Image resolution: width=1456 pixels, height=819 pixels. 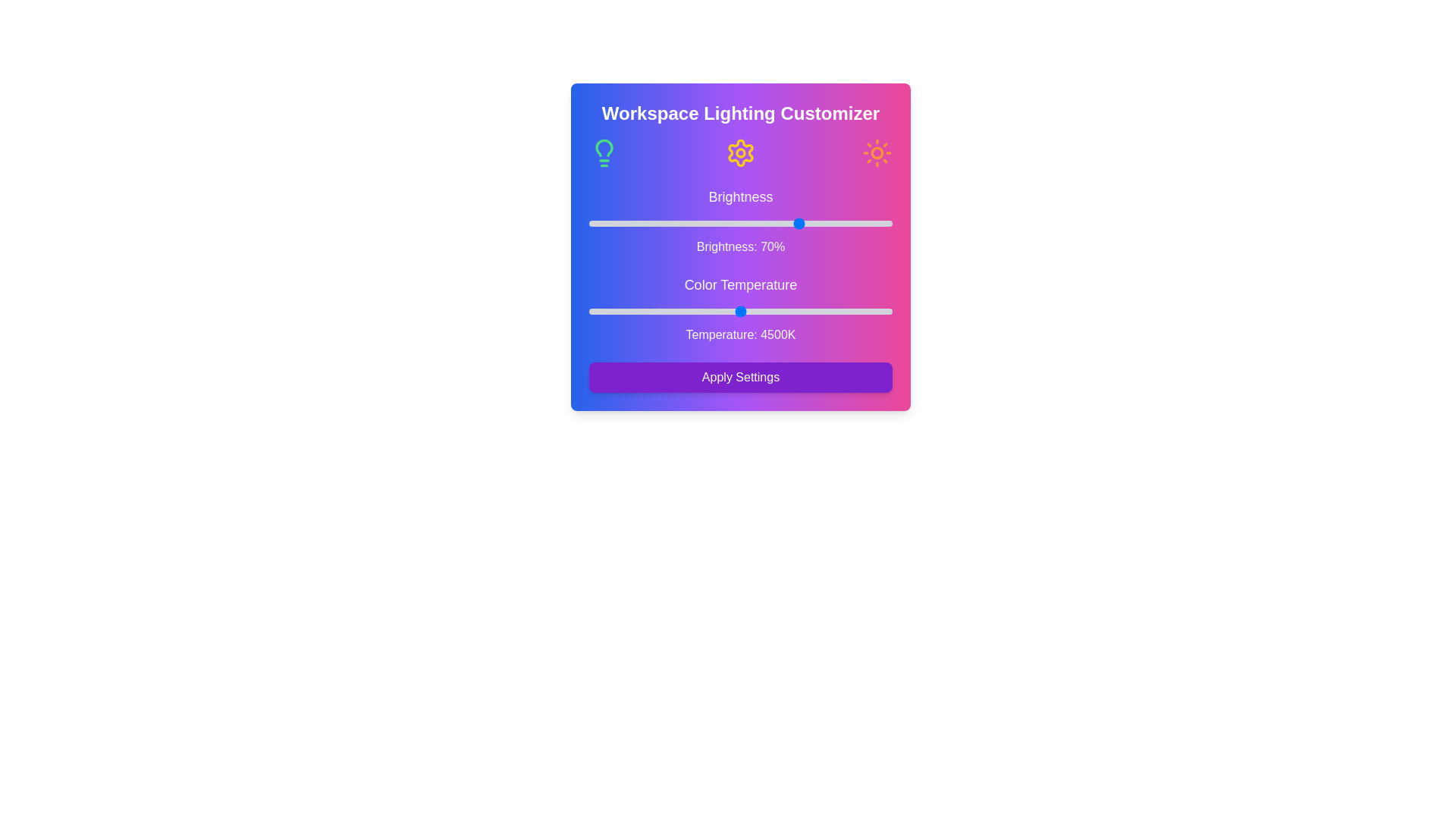 I want to click on the color temperature slider to 3615 K, so click(x=673, y=311).